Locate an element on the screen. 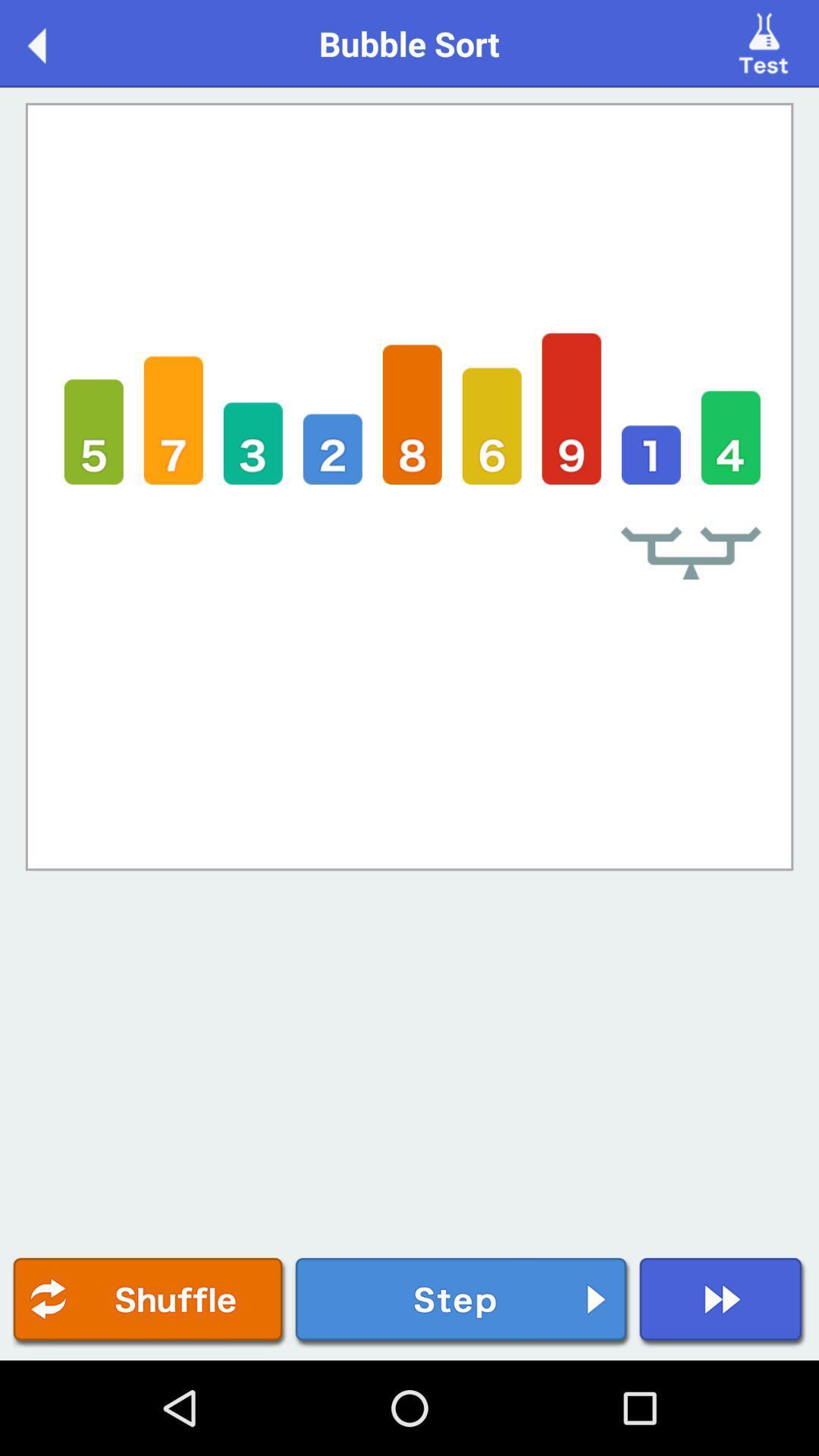 Image resolution: width=819 pixels, height=1456 pixels. fast forward is located at coordinates (721, 1301).